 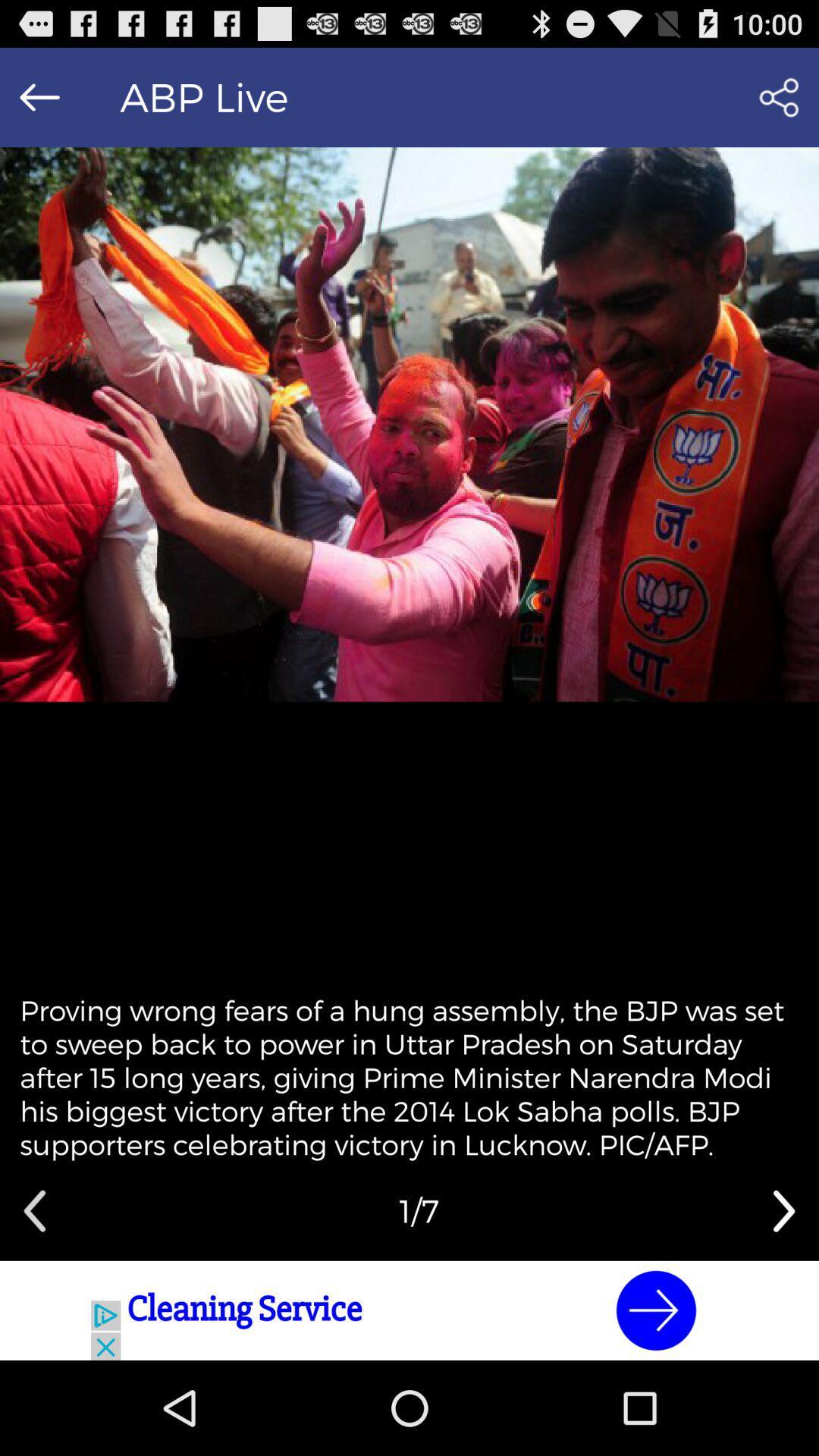 What do you see at coordinates (39, 96) in the screenshot?
I see `backe` at bounding box center [39, 96].